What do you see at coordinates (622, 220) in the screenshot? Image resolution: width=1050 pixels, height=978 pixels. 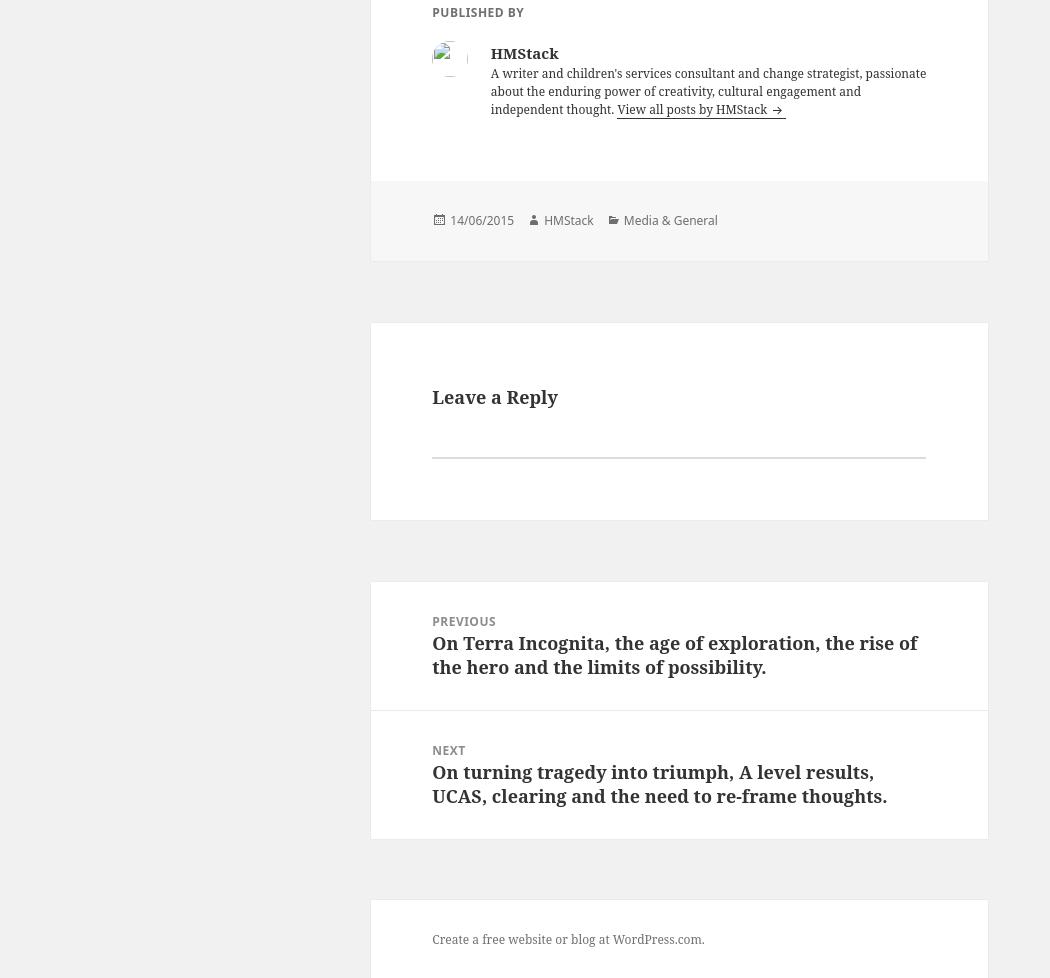 I see `'Media & General'` at bounding box center [622, 220].